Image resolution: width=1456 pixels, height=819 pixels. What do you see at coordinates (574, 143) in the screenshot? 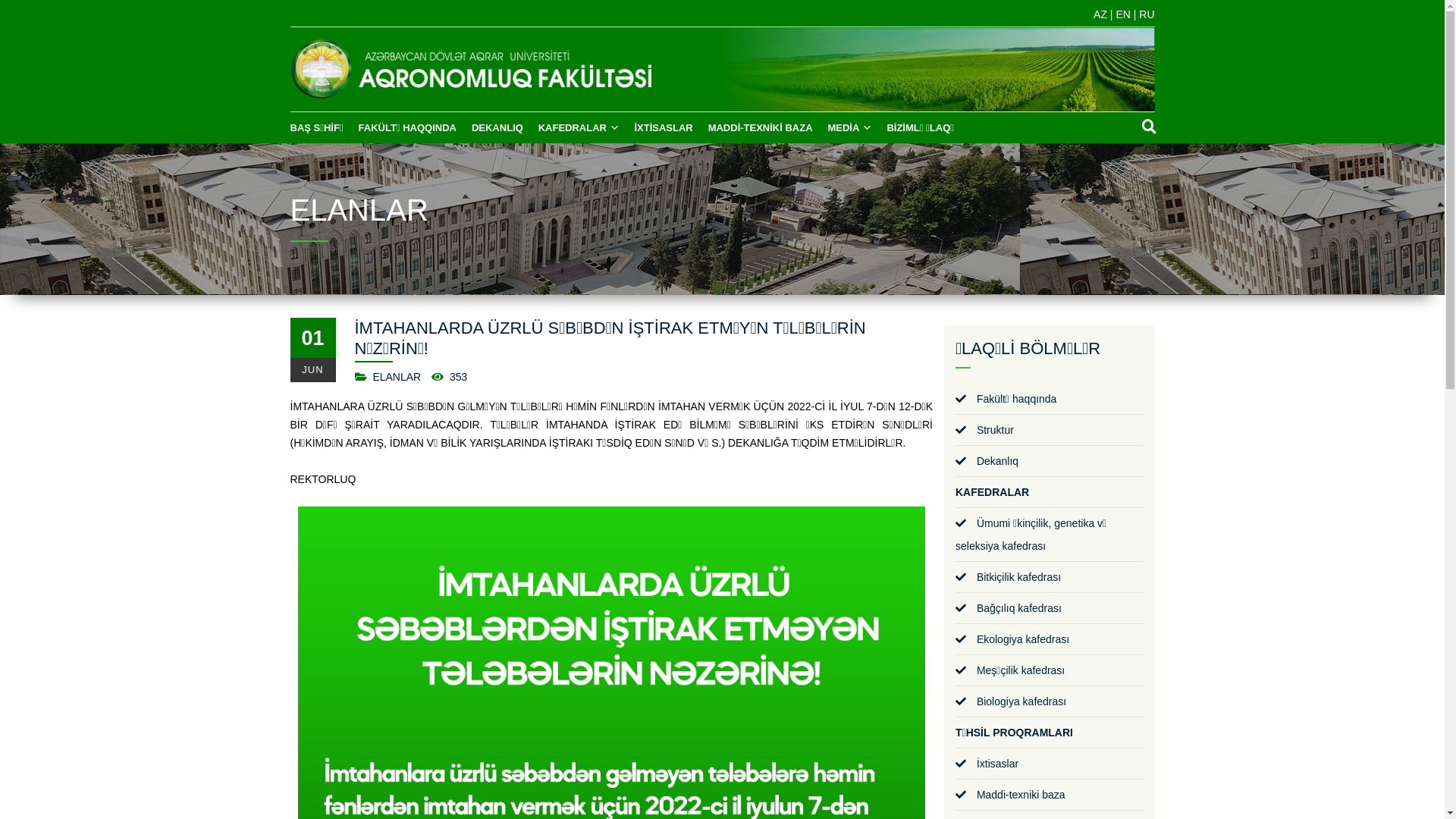
I see `'KAFEDRALAR'` at bounding box center [574, 143].